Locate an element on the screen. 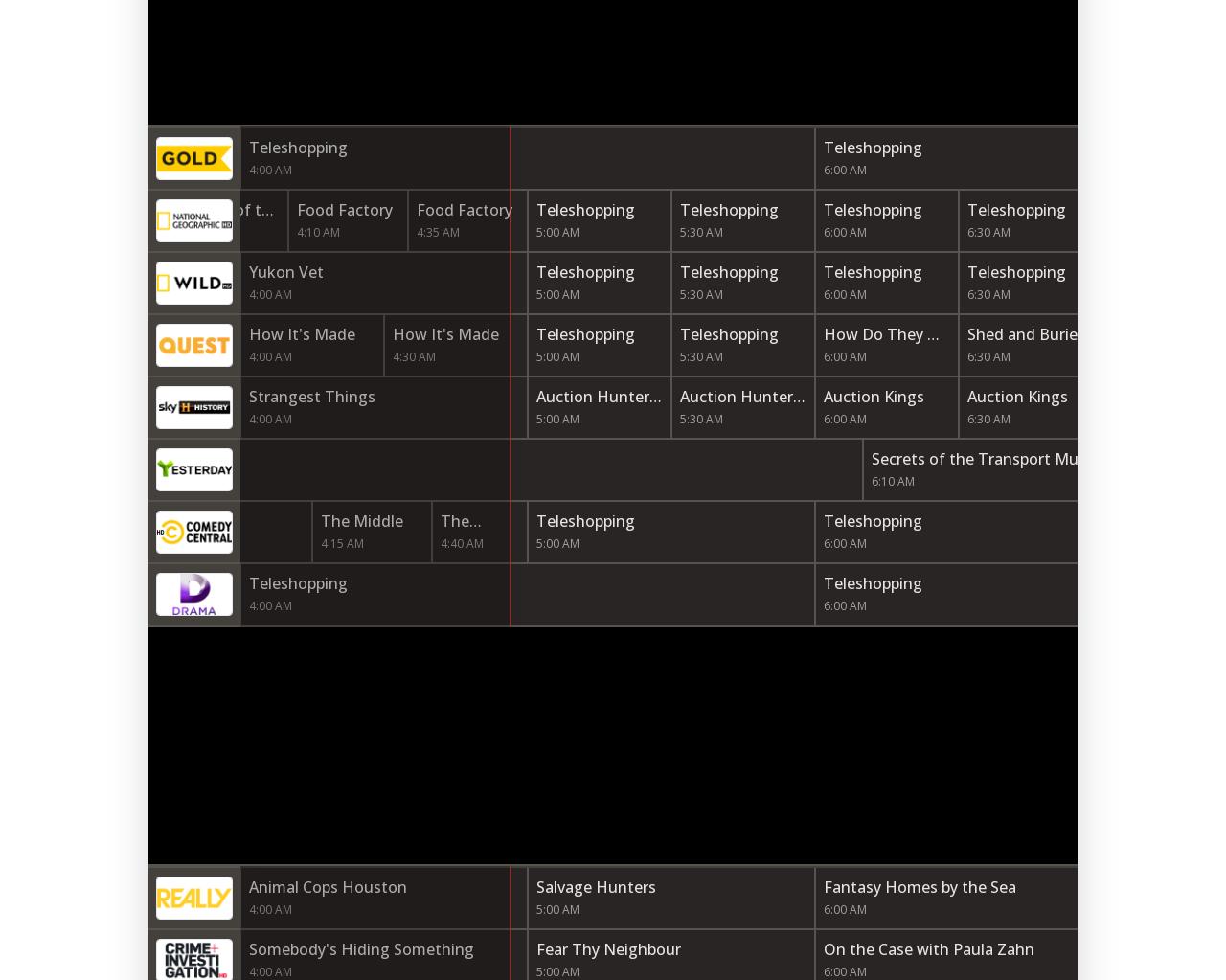 The height and width of the screenshot is (980, 1226). 'Secrets of the Zoo: Keeper Tales' is located at coordinates (228, 232).